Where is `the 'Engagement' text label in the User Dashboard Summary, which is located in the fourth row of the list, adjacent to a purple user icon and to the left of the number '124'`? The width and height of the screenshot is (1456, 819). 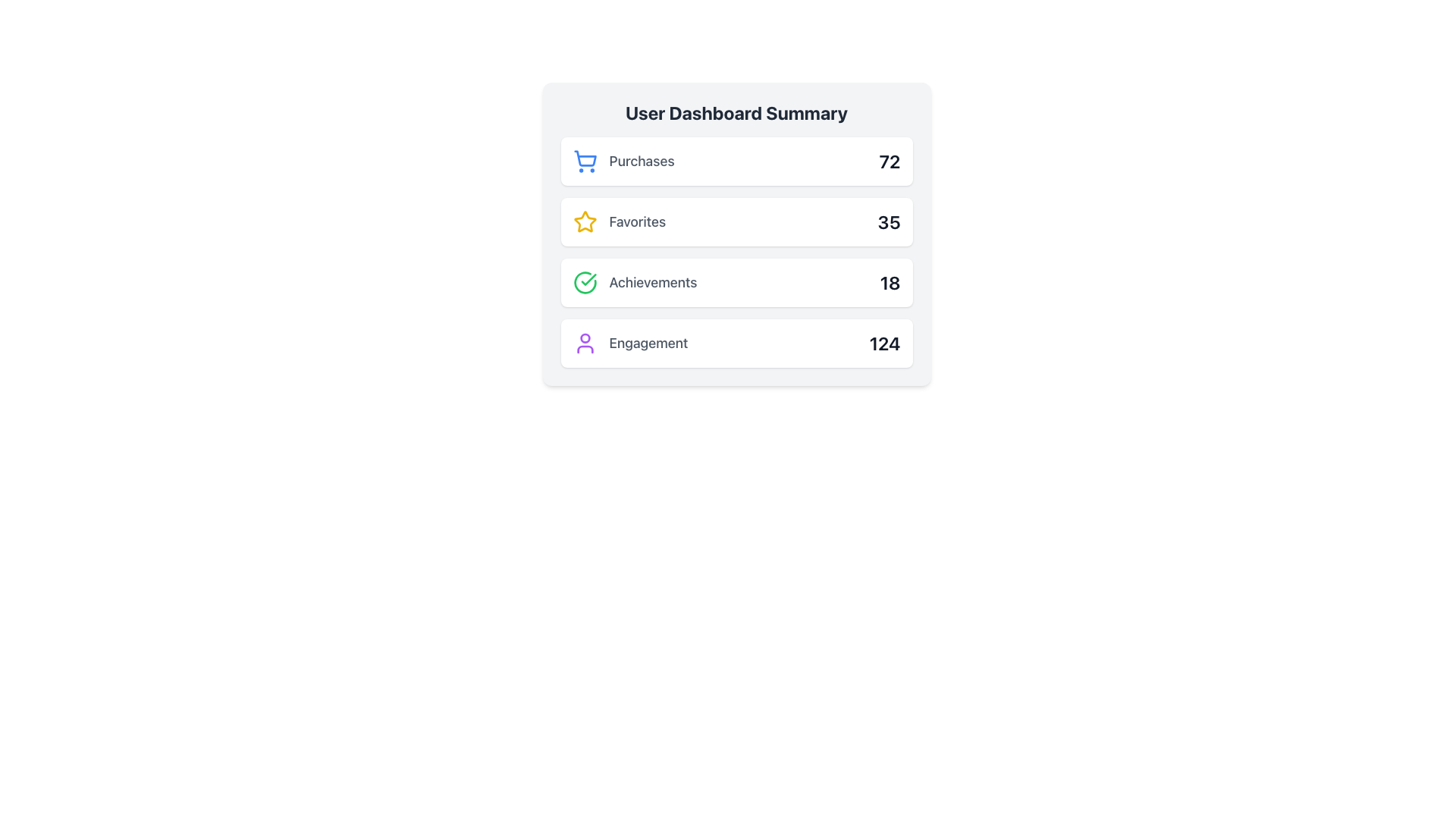
the 'Engagement' text label in the User Dashboard Summary, which is located in the fourth row of the list, adjacent to a purple user icon and to the left of the number '124' is located at coordinates (648, 343).